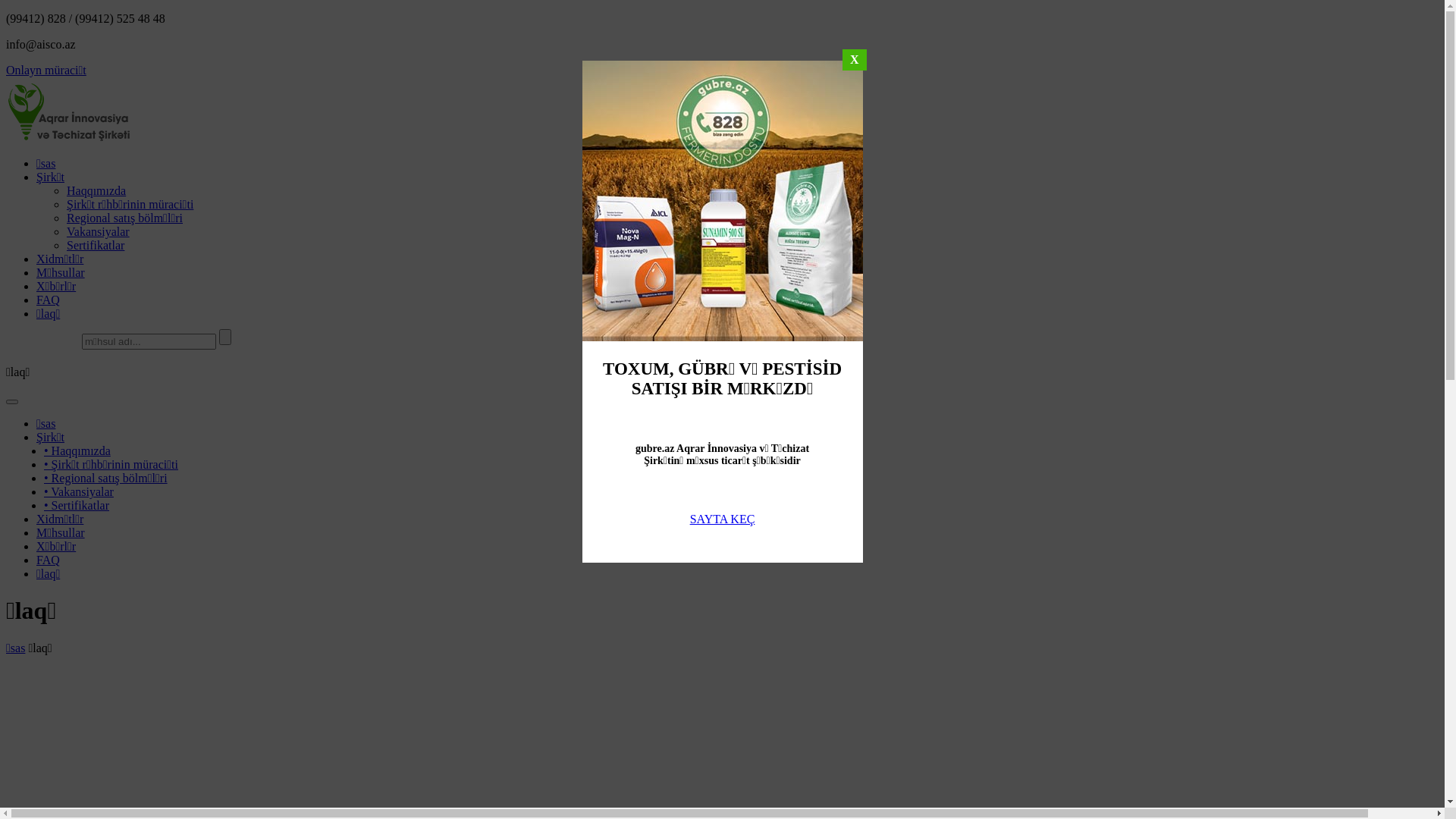  What do you see at coordinates (65, 231) in the screenshot?
I see `'Vakansiyalar'` at bounding box center [65, 231].